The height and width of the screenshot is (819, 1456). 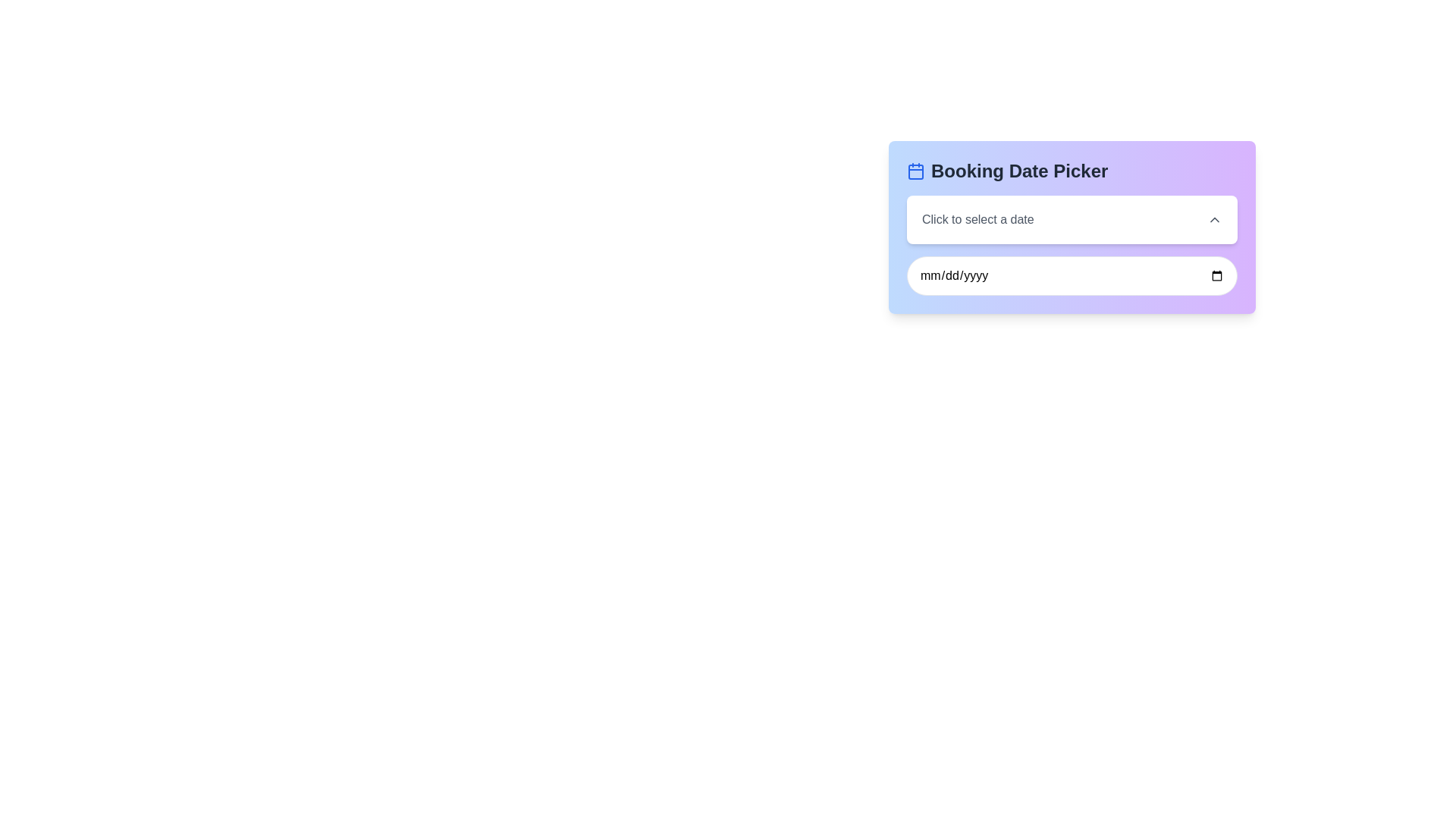 What do you see at coordinates (1215, 219) in the screenshot?
I see `the chevron icon located on the right side of the 'Click` at bounding box center [1215, 219].